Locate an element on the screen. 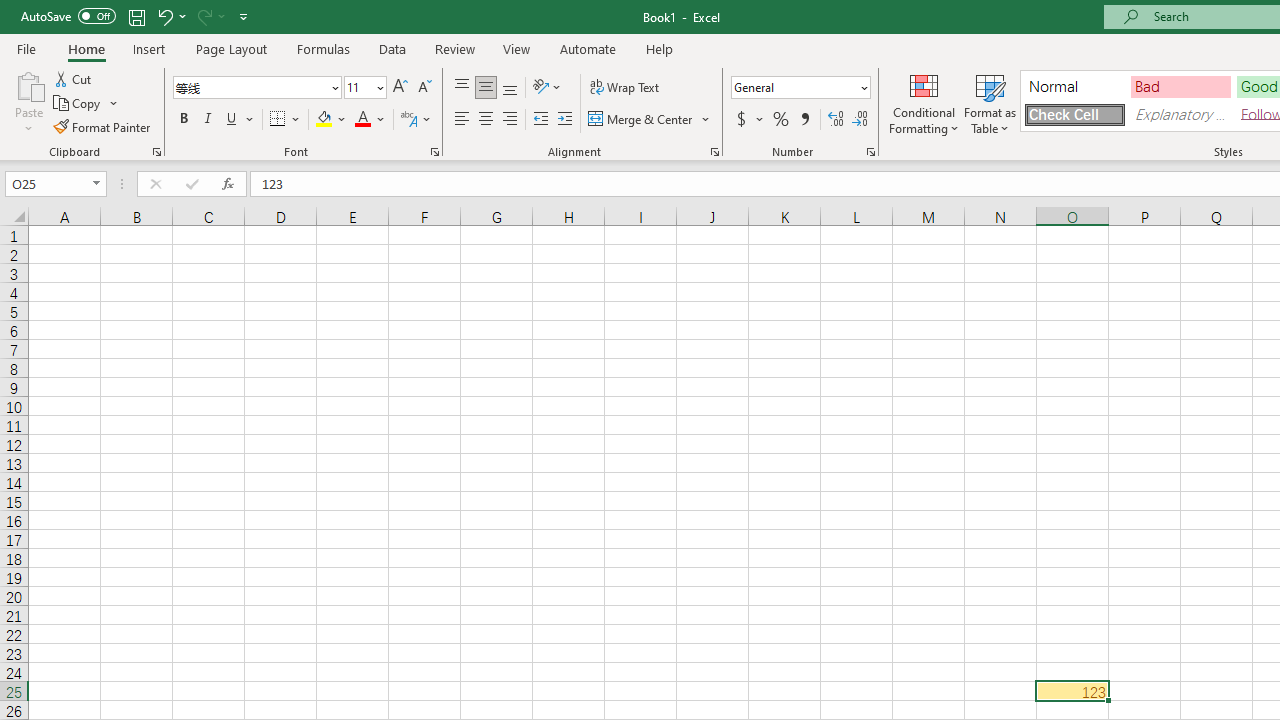 The height and width of the screenshot is (720, 1280). 'Format Cell Font' is located at coordinates (434, 150).